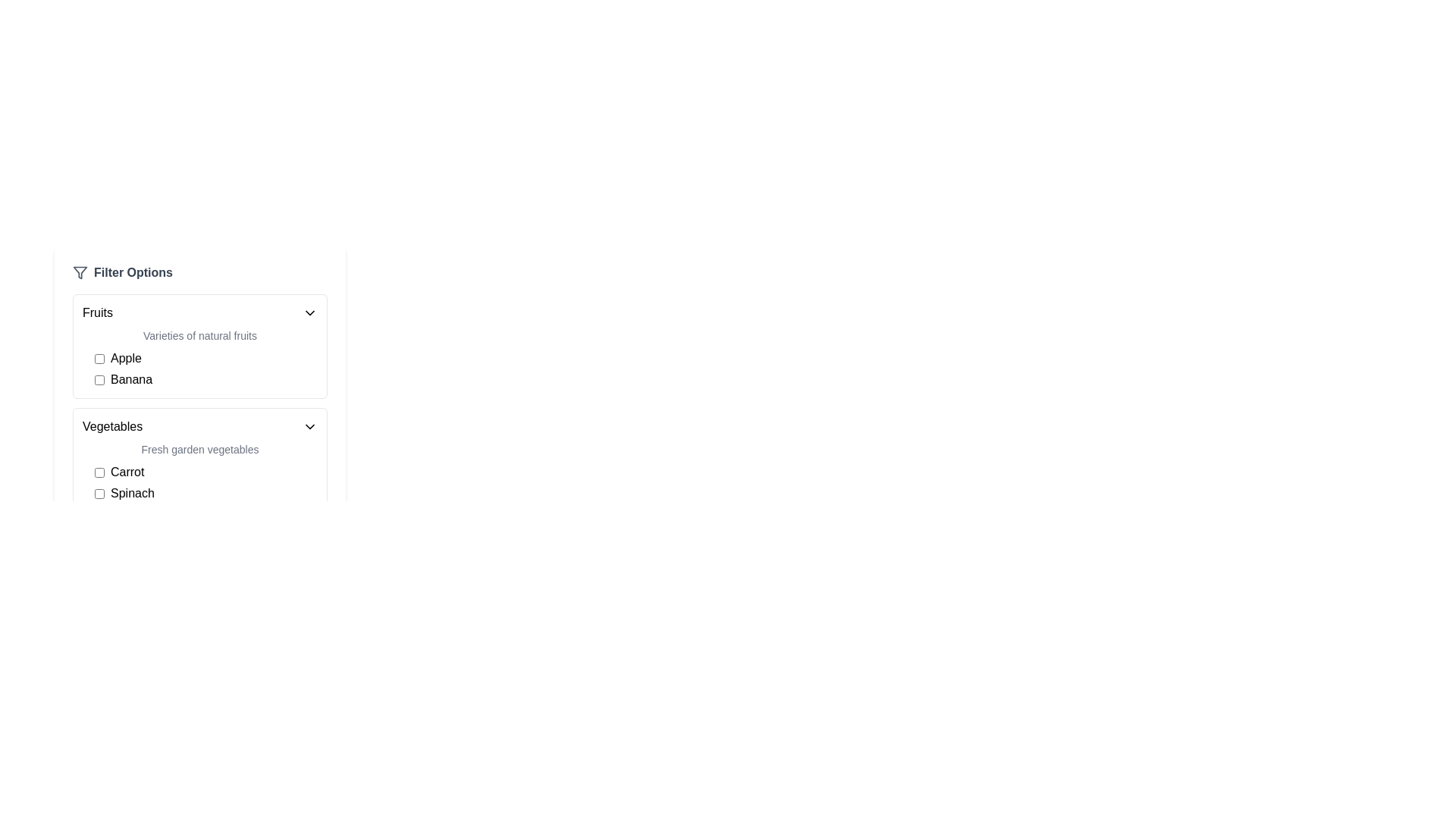  What do you see at coordinates (127, 472) in the screenshot?
I see `the label containing the text 'Carrot'` at bounding box center [127, 472].